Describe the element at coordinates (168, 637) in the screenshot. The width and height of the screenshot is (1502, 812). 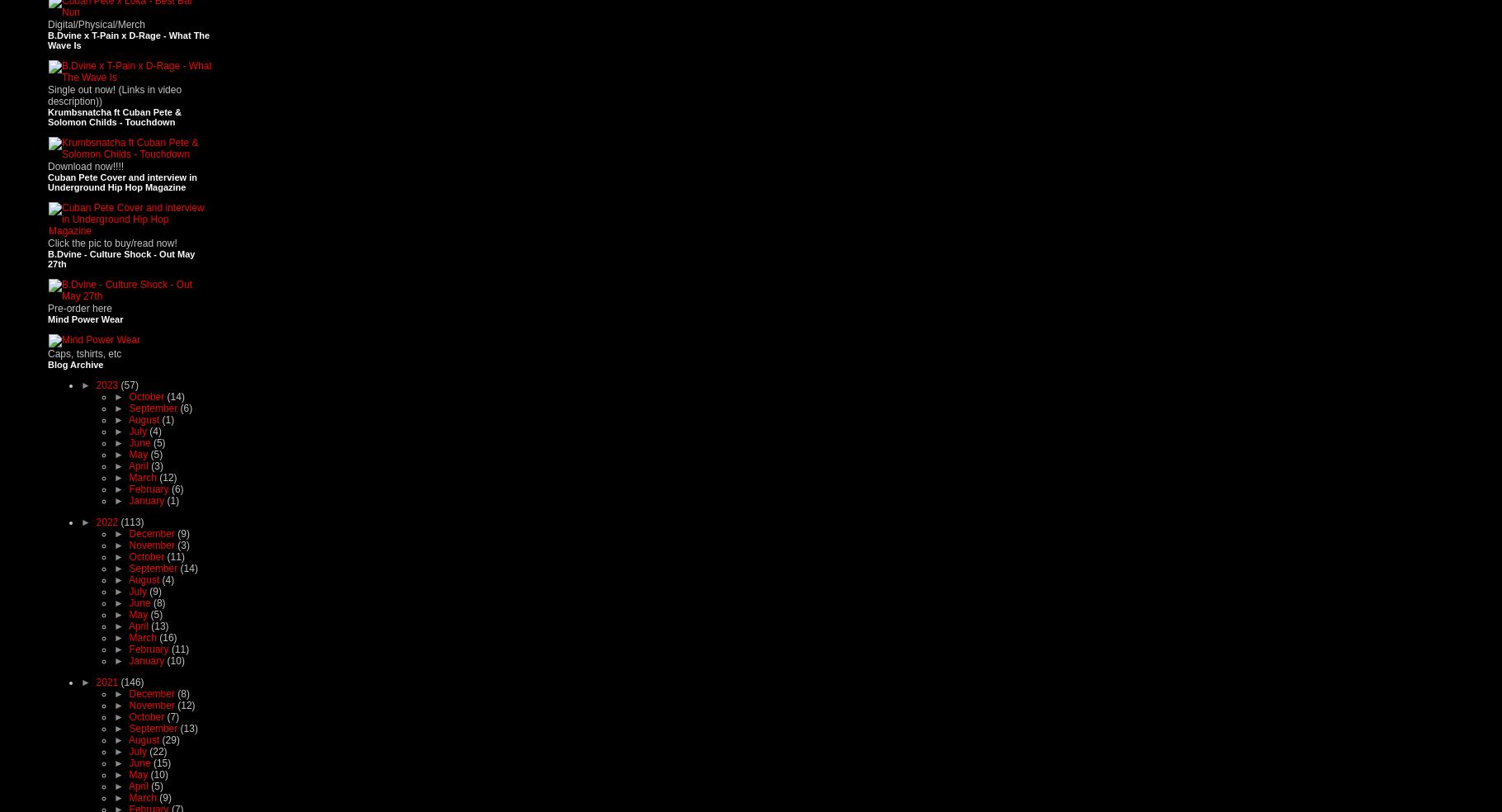
I see `'(16)'` at that location.